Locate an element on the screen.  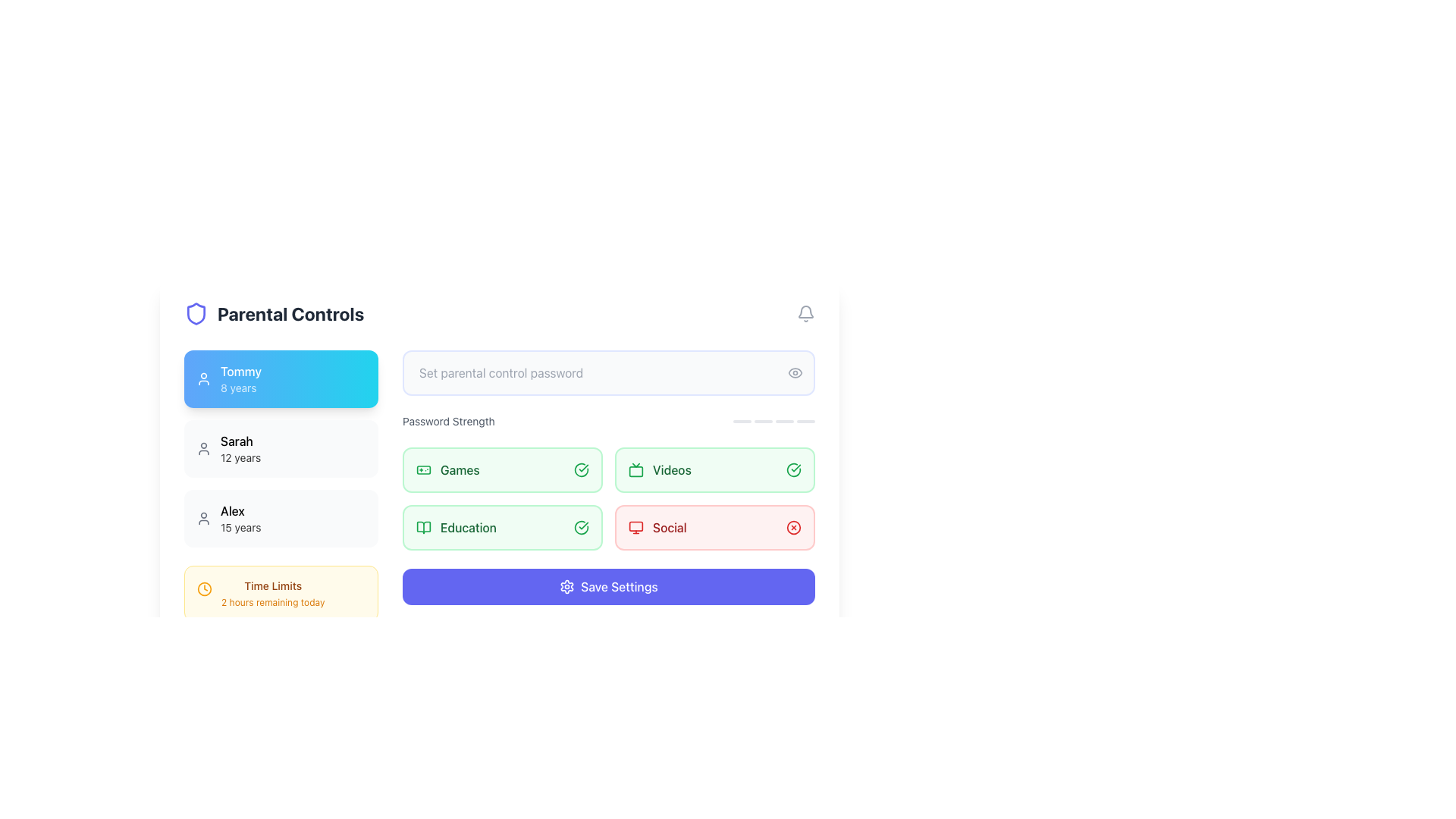
text content of the 'Password Strength' label, which is displayed in a small, gray italic font on a white background, located to the right of the 'Set parental control password' text field is located at coordinates (447, 421).